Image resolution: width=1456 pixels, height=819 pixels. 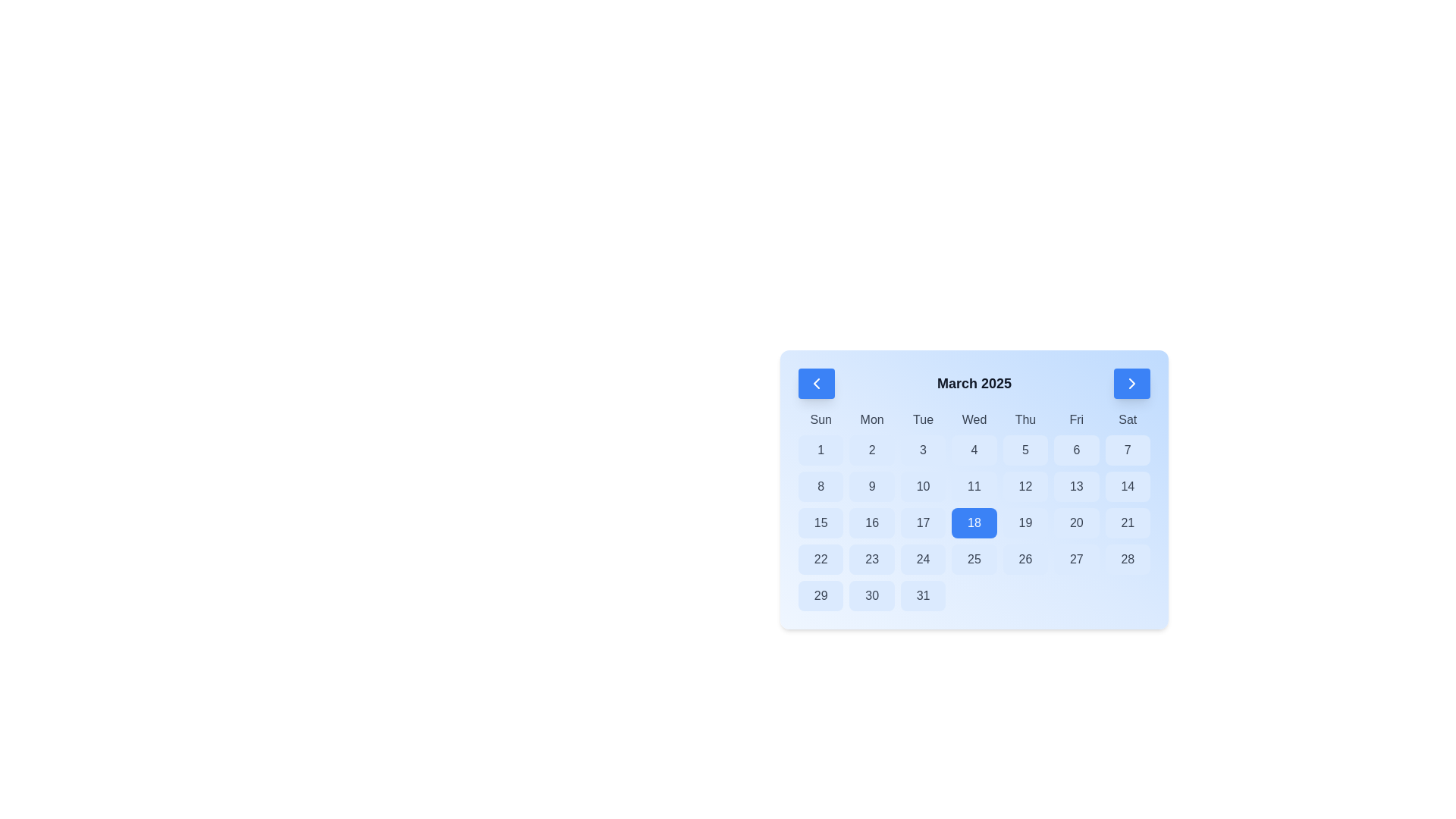 I want to click on the leftward-pointing chevron-shaped icon in the top-left corner of the calendar interface, so click(x=815, y=382).